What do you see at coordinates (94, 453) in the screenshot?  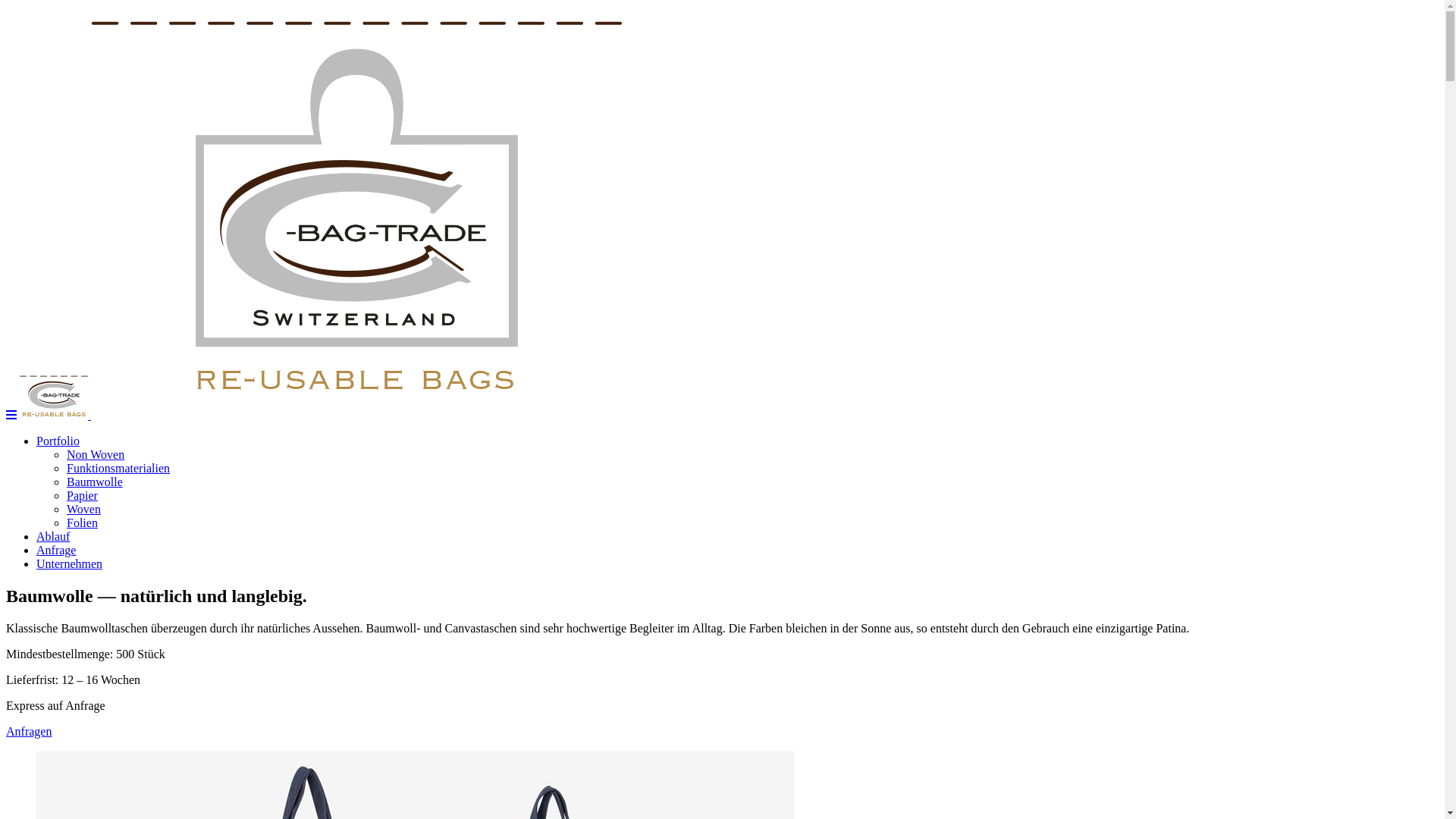 I see `'Non Woven'` at bounding box center [94, 453].